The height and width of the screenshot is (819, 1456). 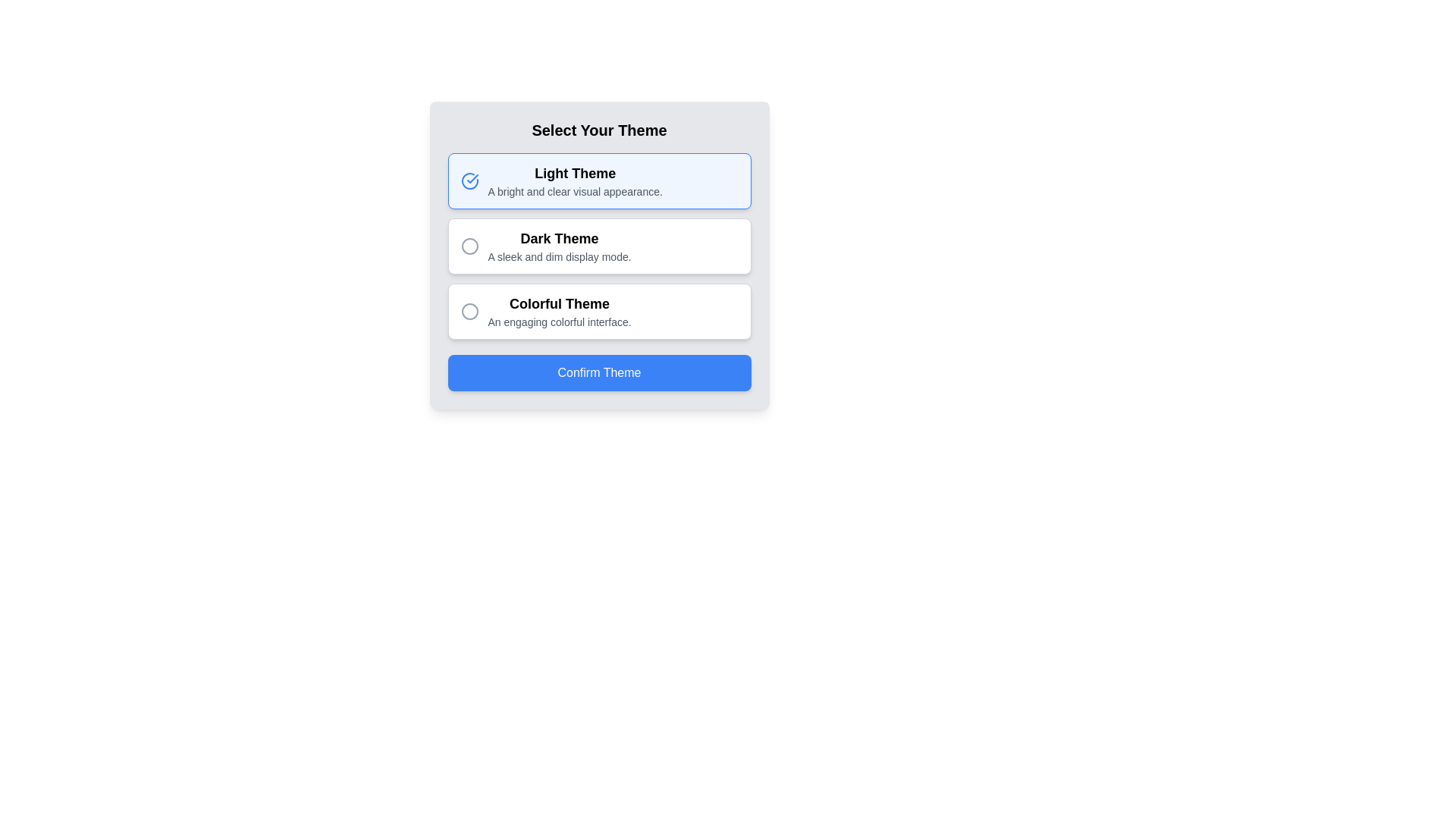 What do you see at coordinates (469, 245) in the screenshot?
I see `the Circular indicator icon` at bounding box center [469, 245].